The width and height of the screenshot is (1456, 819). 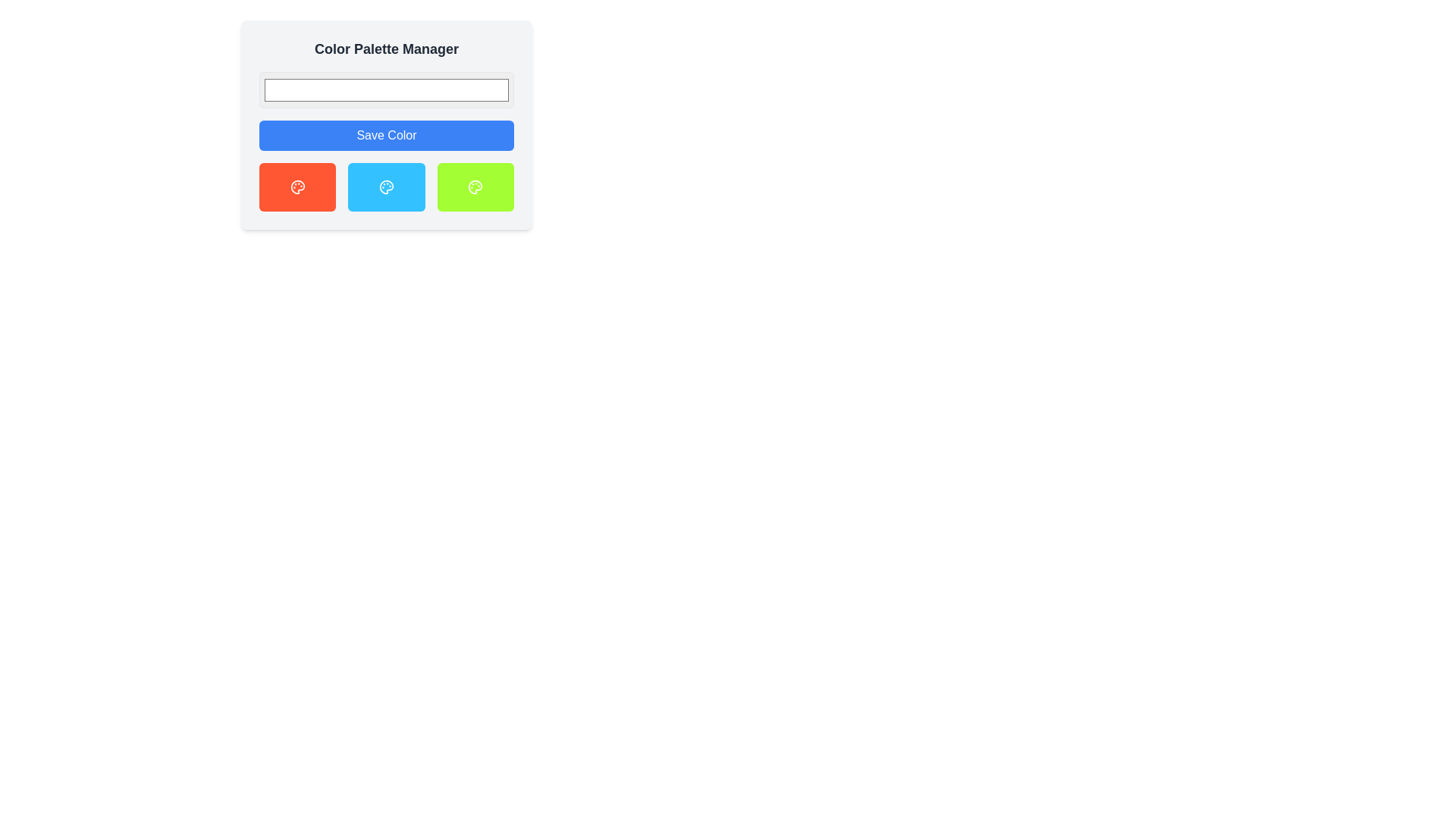 What do you see at coordinates (386, 134) in the screenshot?
I see `the 'Save Color' button, which is a medium-sized button with rounded corners, a blue background, and white bold text, located in the 'Color Palette Manager' section` at bounding box center [386, 134].